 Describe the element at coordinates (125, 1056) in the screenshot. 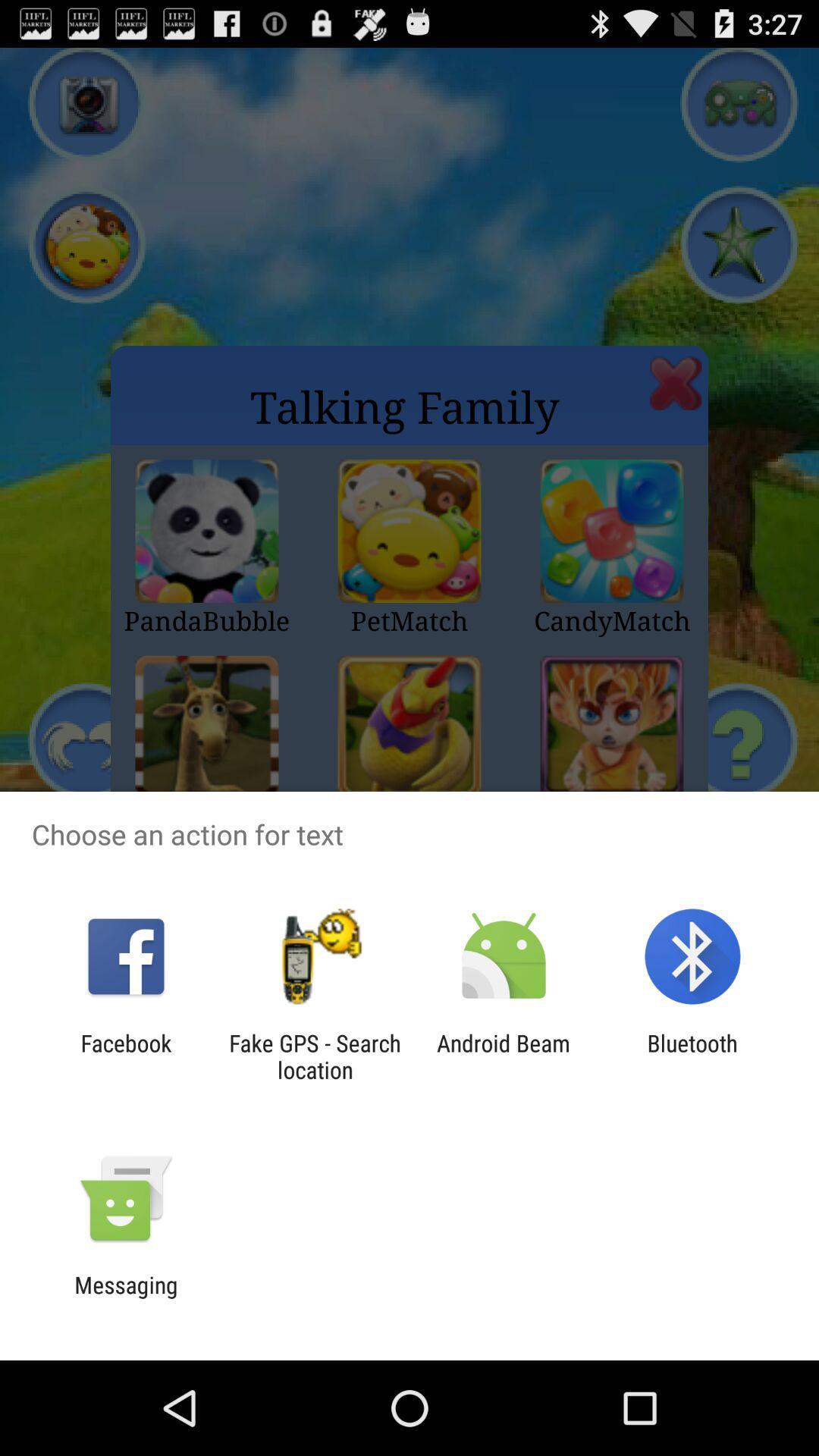

I see `app next to the fake gps search` at that location.